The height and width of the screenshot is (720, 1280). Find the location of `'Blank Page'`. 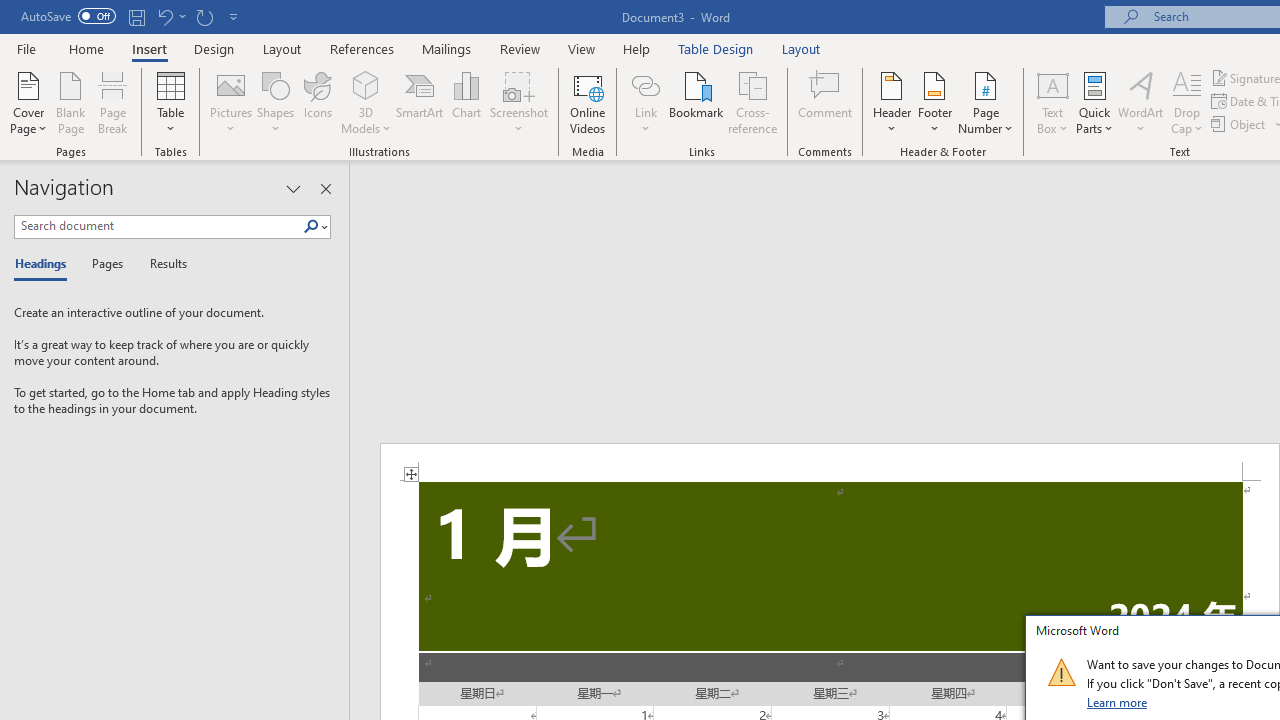

'Blank Page' is located at coordinates (71, 103).